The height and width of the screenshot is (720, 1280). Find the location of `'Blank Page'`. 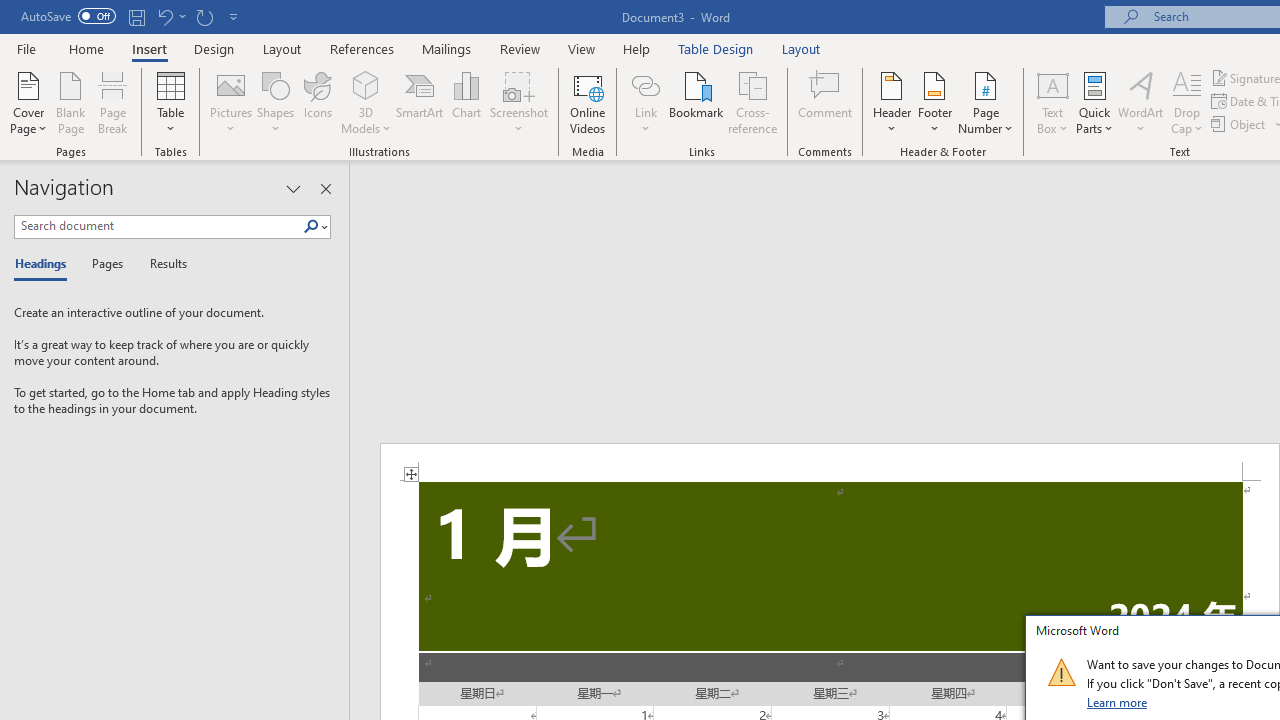

'Blank Page' is located at coordinates (71, 103).